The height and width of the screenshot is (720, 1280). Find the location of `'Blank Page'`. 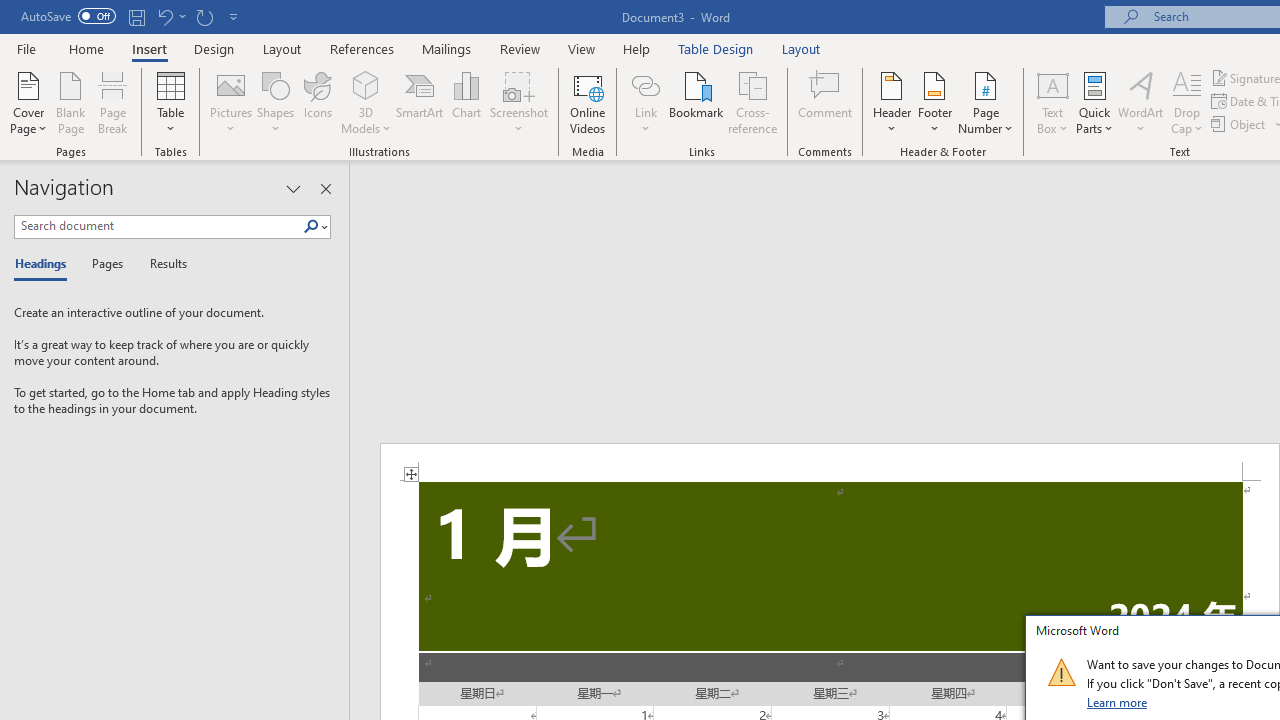

'Blank Page' is located at coordinates (71, 103).